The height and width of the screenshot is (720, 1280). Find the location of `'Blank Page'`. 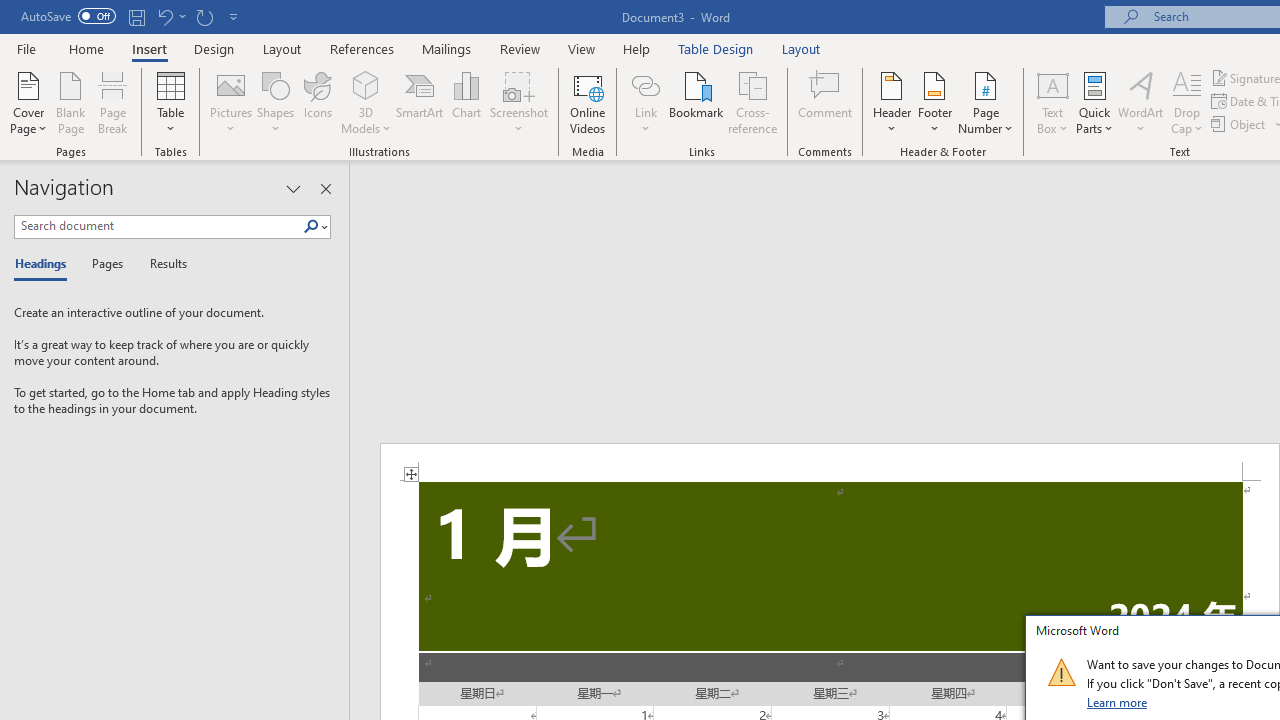

'Blank Page' is located at coordinates (71, 103).